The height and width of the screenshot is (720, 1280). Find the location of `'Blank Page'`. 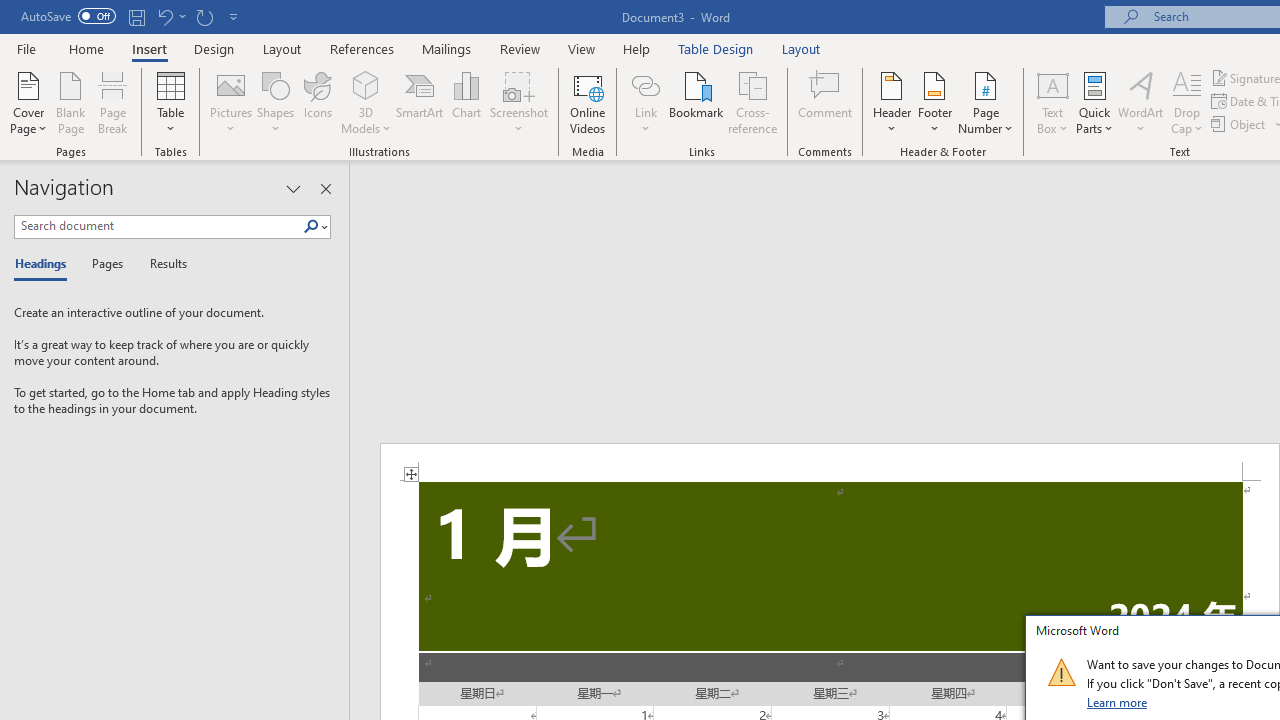

'Blank Page' is located at coordinates (71, 103).